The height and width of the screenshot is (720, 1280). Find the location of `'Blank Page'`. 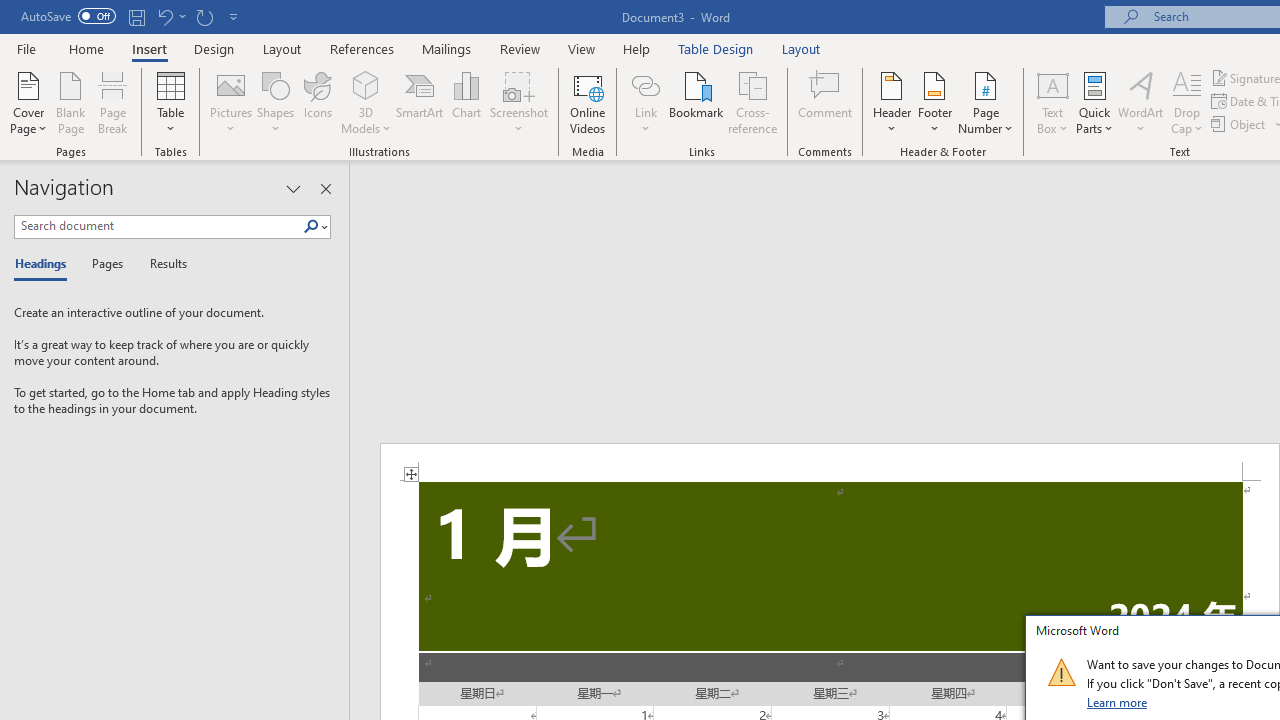

'Blank Page' is located at coordinates (71, 103).